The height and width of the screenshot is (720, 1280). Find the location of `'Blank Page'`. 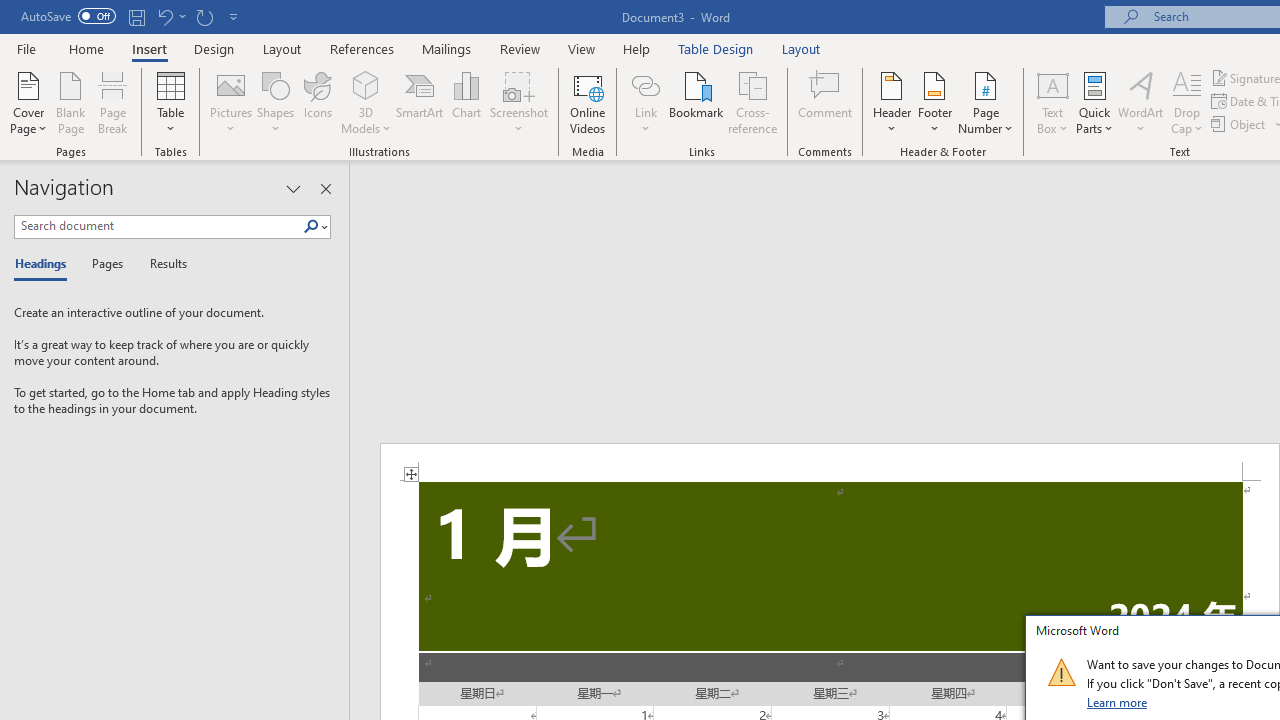

'Blank Page' is located at coordinates (71, 103).